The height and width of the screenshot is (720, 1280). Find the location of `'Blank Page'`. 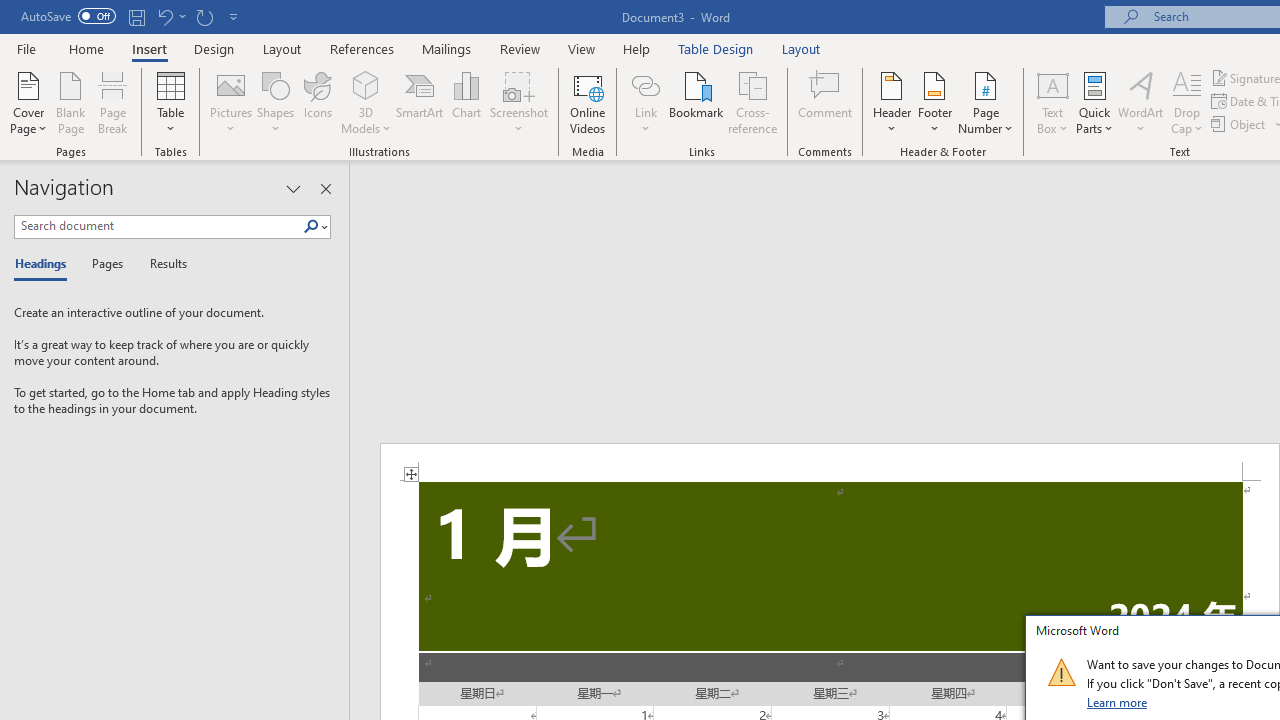

'Blank Page' is located at coordinates (71, 103).